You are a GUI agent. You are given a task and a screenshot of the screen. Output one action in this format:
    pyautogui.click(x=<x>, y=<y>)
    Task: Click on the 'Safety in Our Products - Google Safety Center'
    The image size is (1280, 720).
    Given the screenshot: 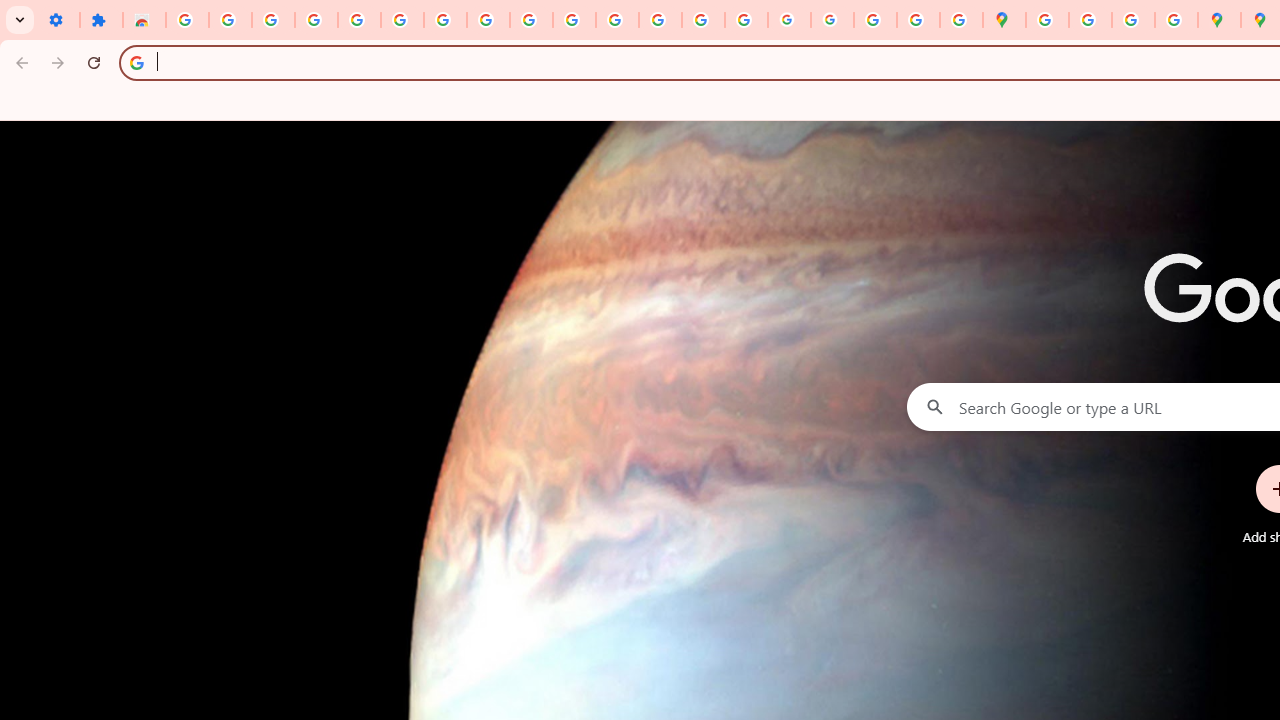 What is the action you would take?
    pyautogui.click(x=1176, y=20)
    